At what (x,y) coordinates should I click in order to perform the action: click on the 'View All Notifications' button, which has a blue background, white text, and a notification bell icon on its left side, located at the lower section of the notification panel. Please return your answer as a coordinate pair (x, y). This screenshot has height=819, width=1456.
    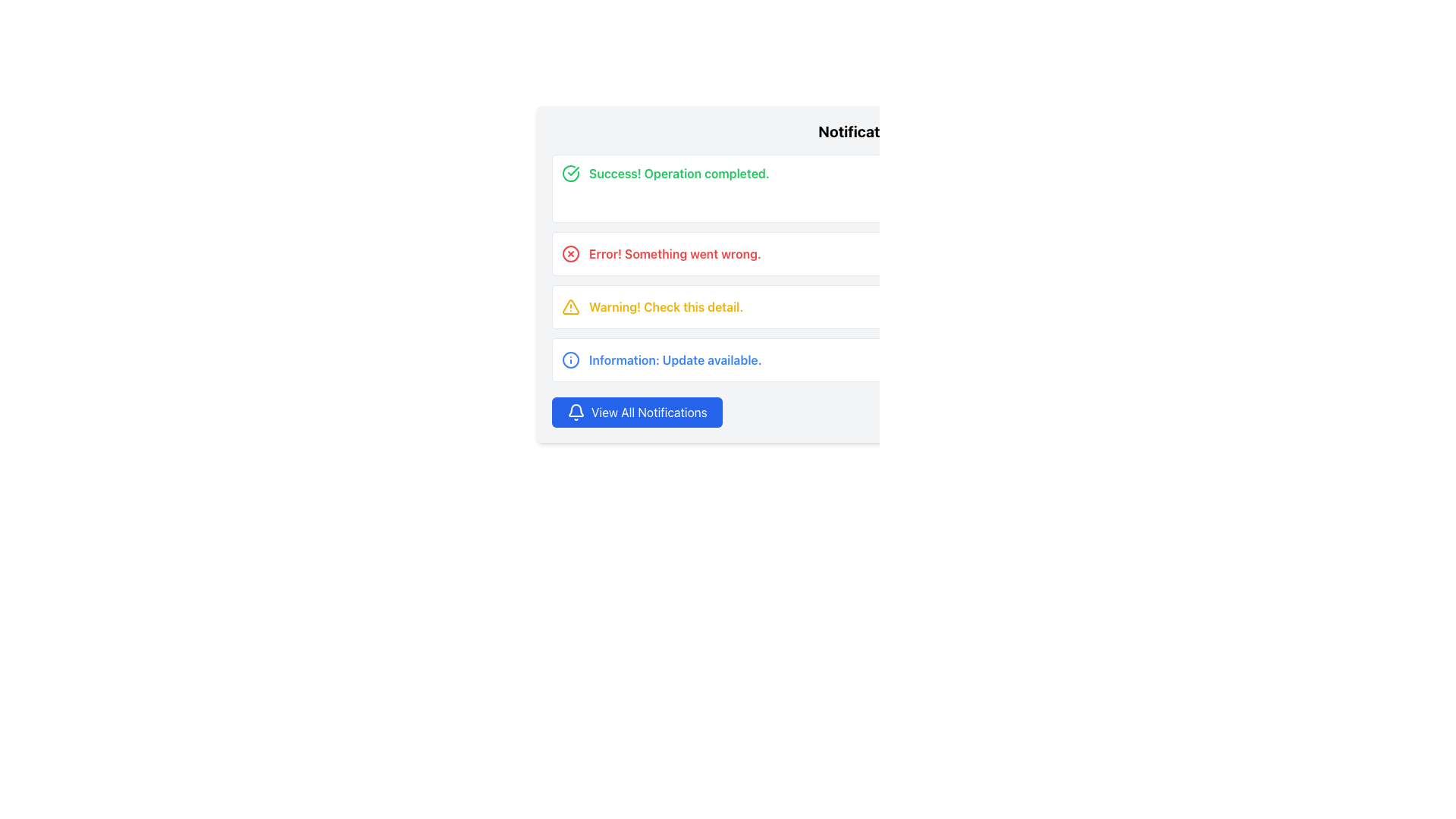
    Looking at the image, I should click on (637, 412).